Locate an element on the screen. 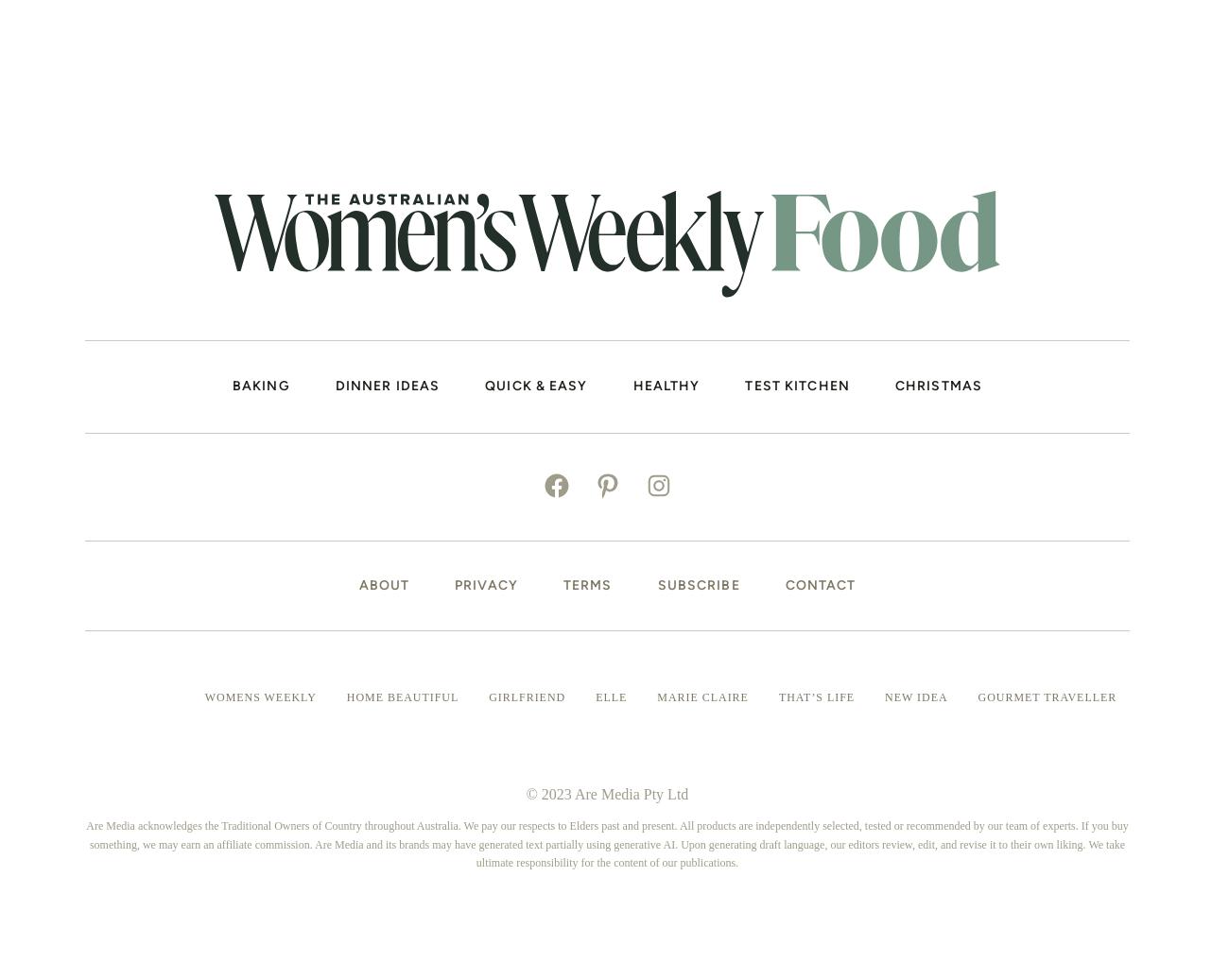  'Healthy' is located at coordinates (631, 384).